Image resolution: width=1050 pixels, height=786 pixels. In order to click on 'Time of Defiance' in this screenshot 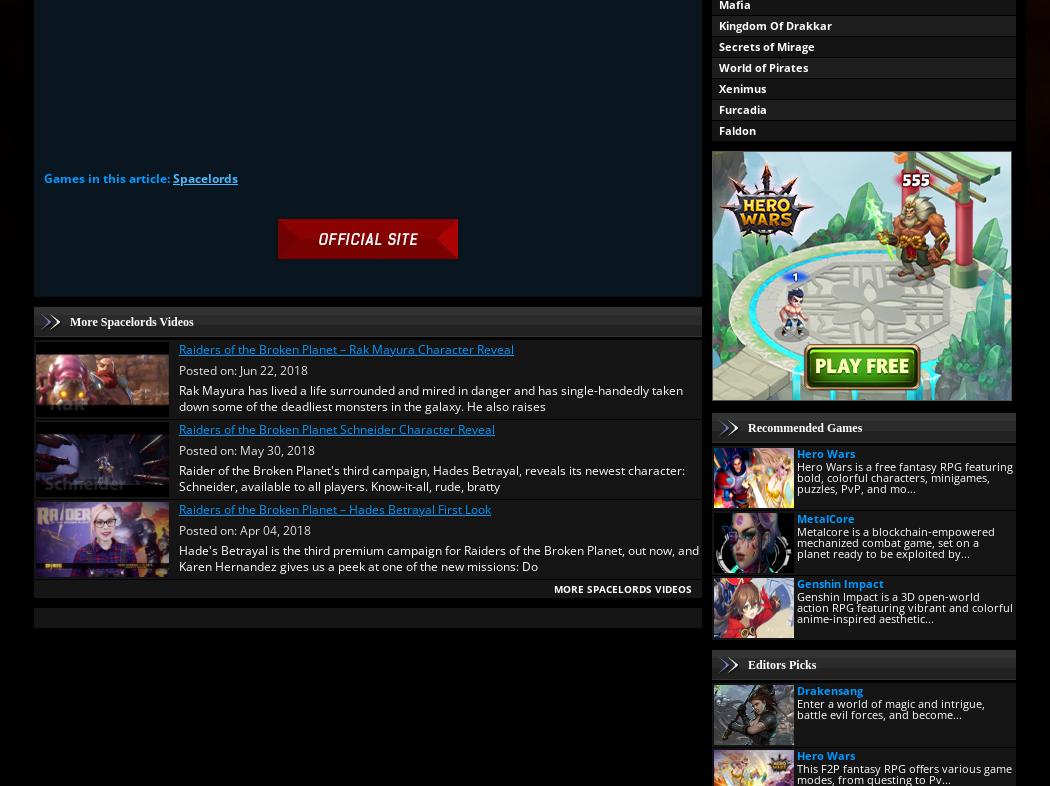, I will do `click(765, 277)`.